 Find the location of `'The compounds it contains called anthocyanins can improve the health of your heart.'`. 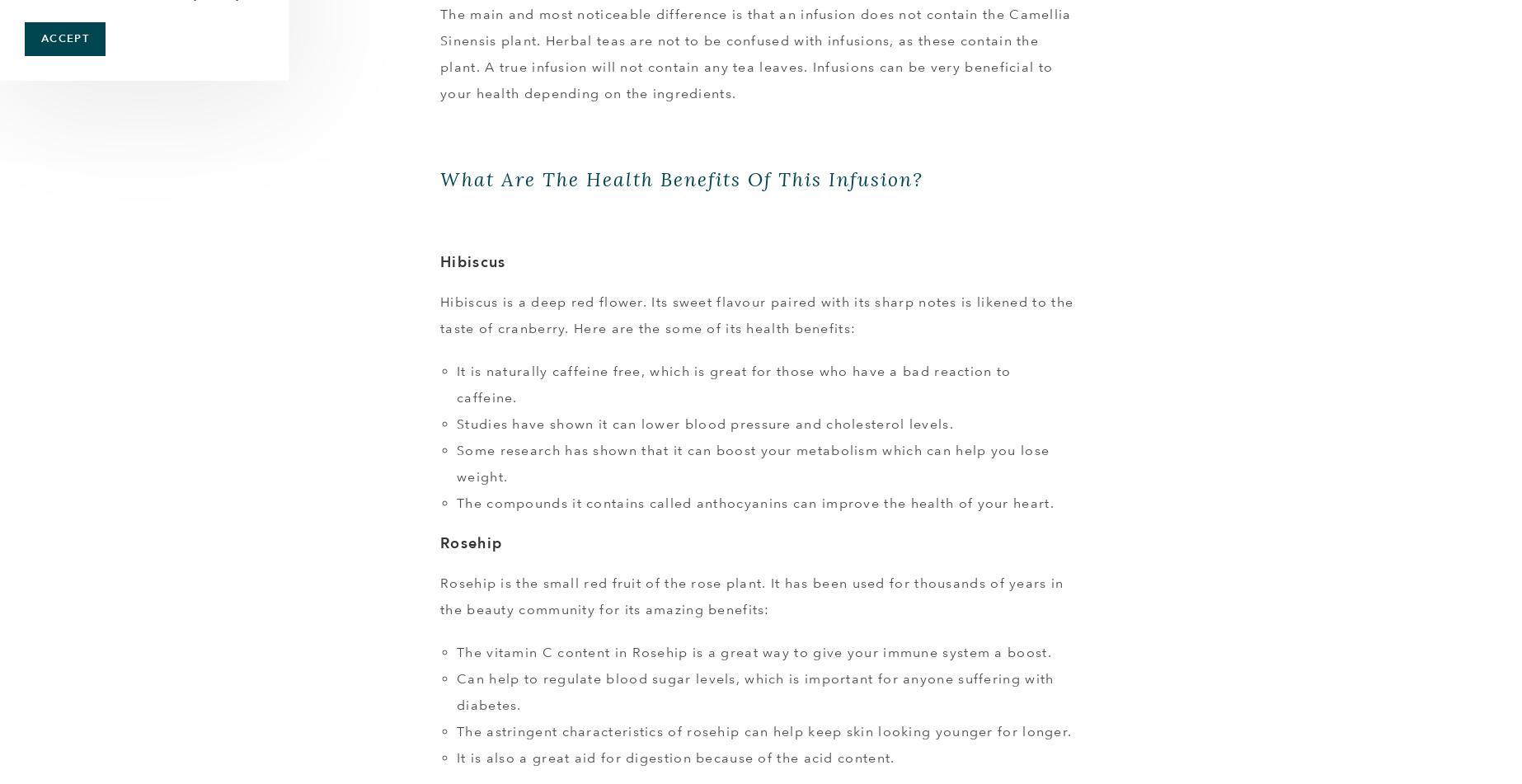

'The compounds it contains called anthocyanins can improve the health of your heart.' is located at coordinates (455, 501).